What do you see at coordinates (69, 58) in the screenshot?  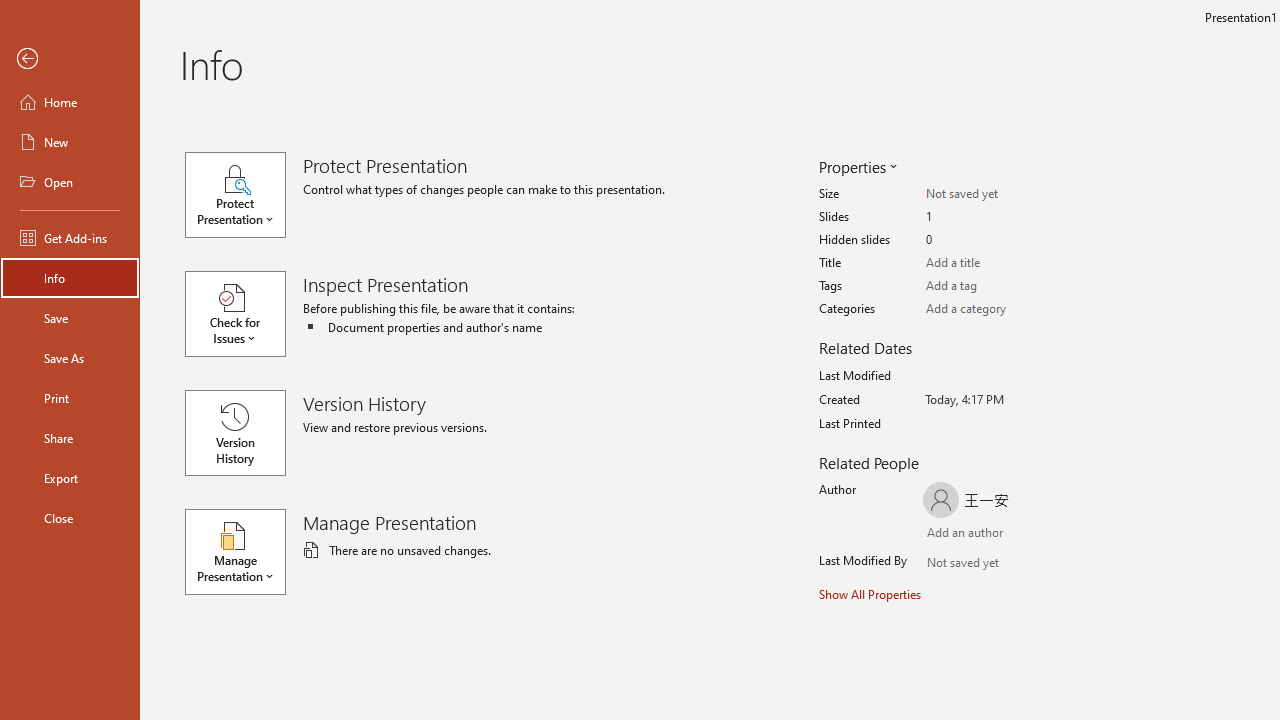 I see `'Back'` at bounding box center [69, 58].